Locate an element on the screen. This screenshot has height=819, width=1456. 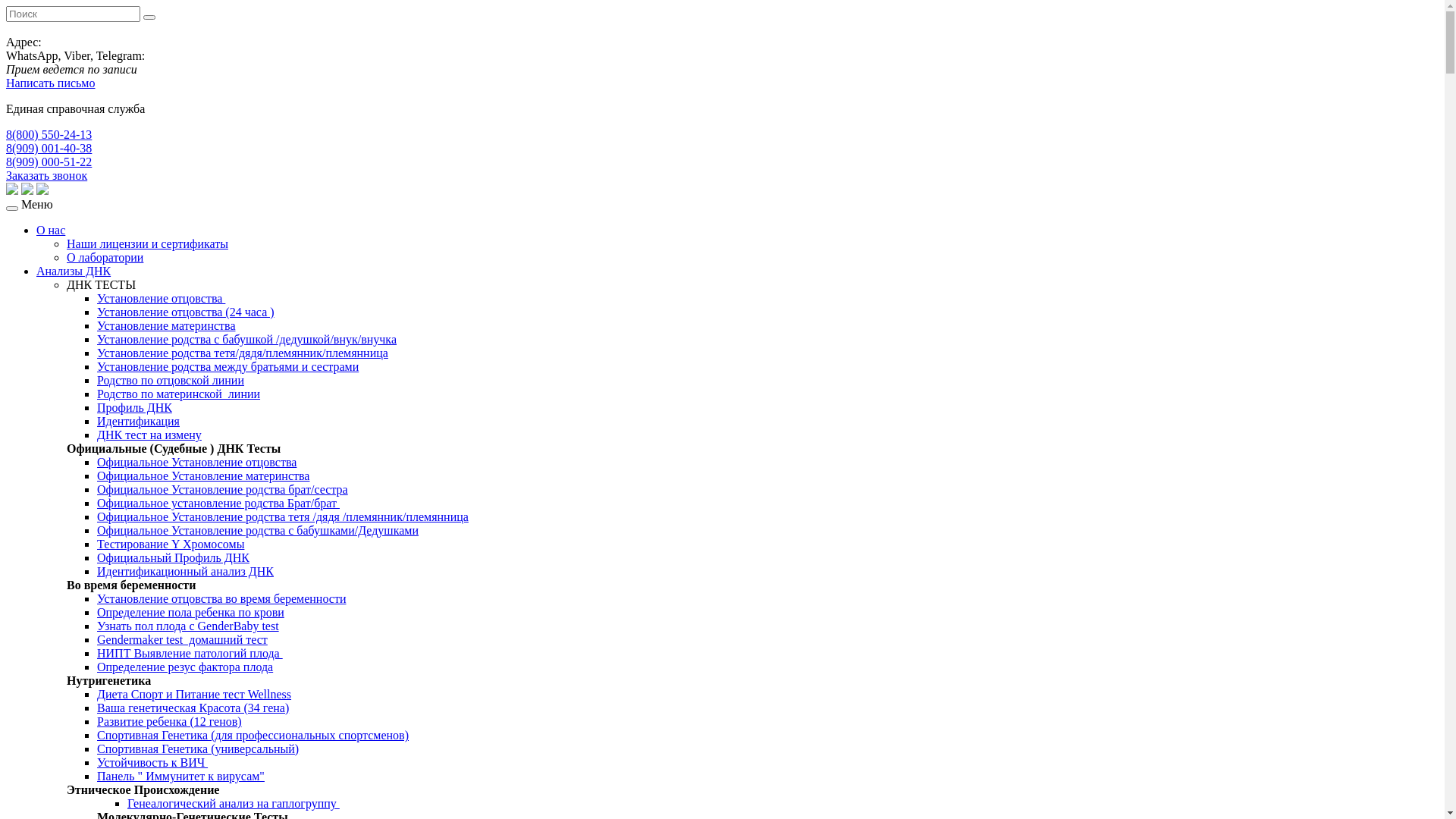
'8(909) 001-40-38' is located at coordinates (49, 148).